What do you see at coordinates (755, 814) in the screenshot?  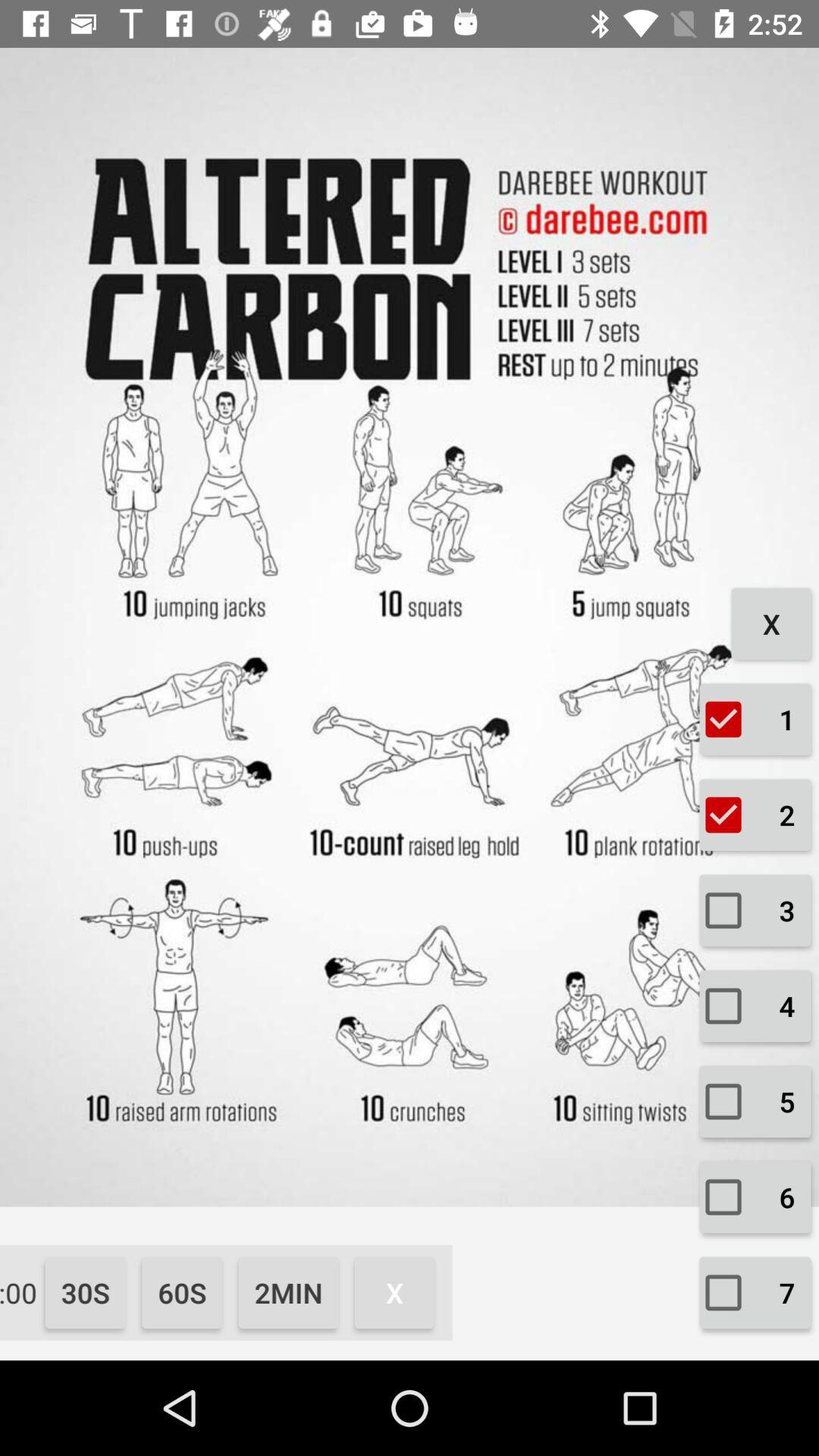 I see `the checkbox which is below the check box 1` at bounding box center [755, 814].